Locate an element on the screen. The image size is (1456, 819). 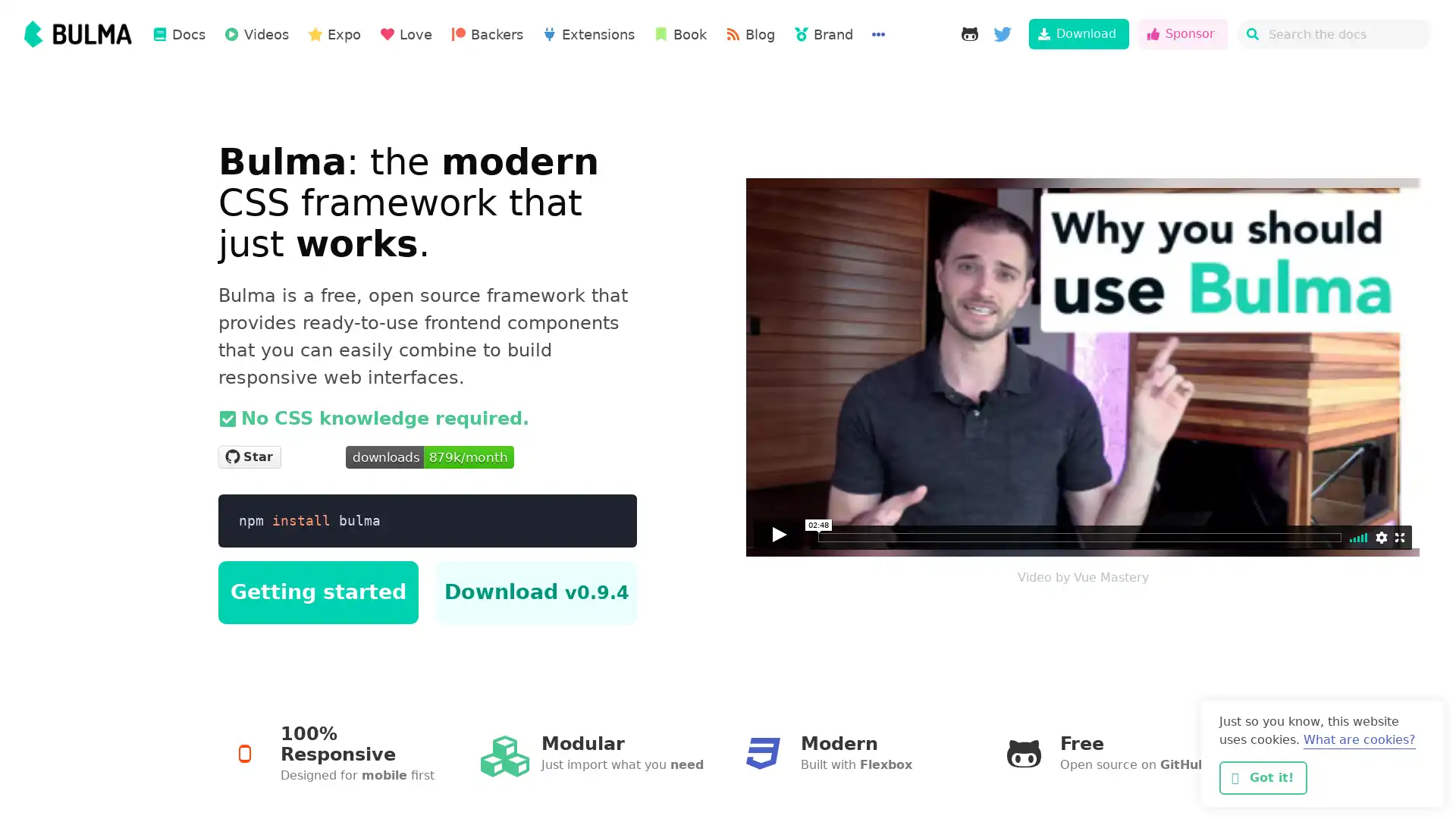
Copy is located at coordinates (593, 519).